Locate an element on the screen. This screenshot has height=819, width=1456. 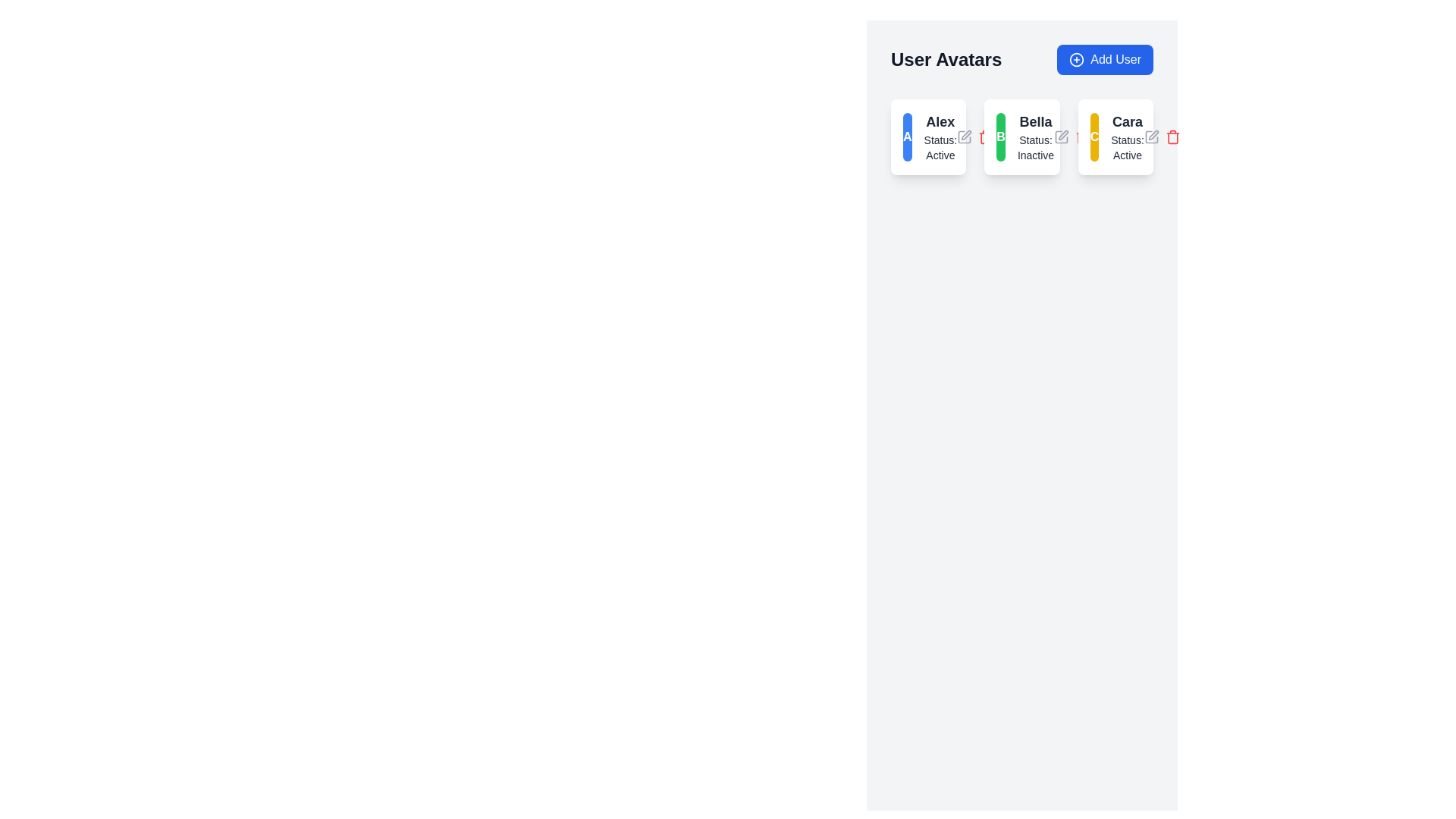
the Edit icon, which is a small square icon resembling a pencil located in the top-right corner of Bella's user card, to initiate editing is located at coordinates (1061, 137).